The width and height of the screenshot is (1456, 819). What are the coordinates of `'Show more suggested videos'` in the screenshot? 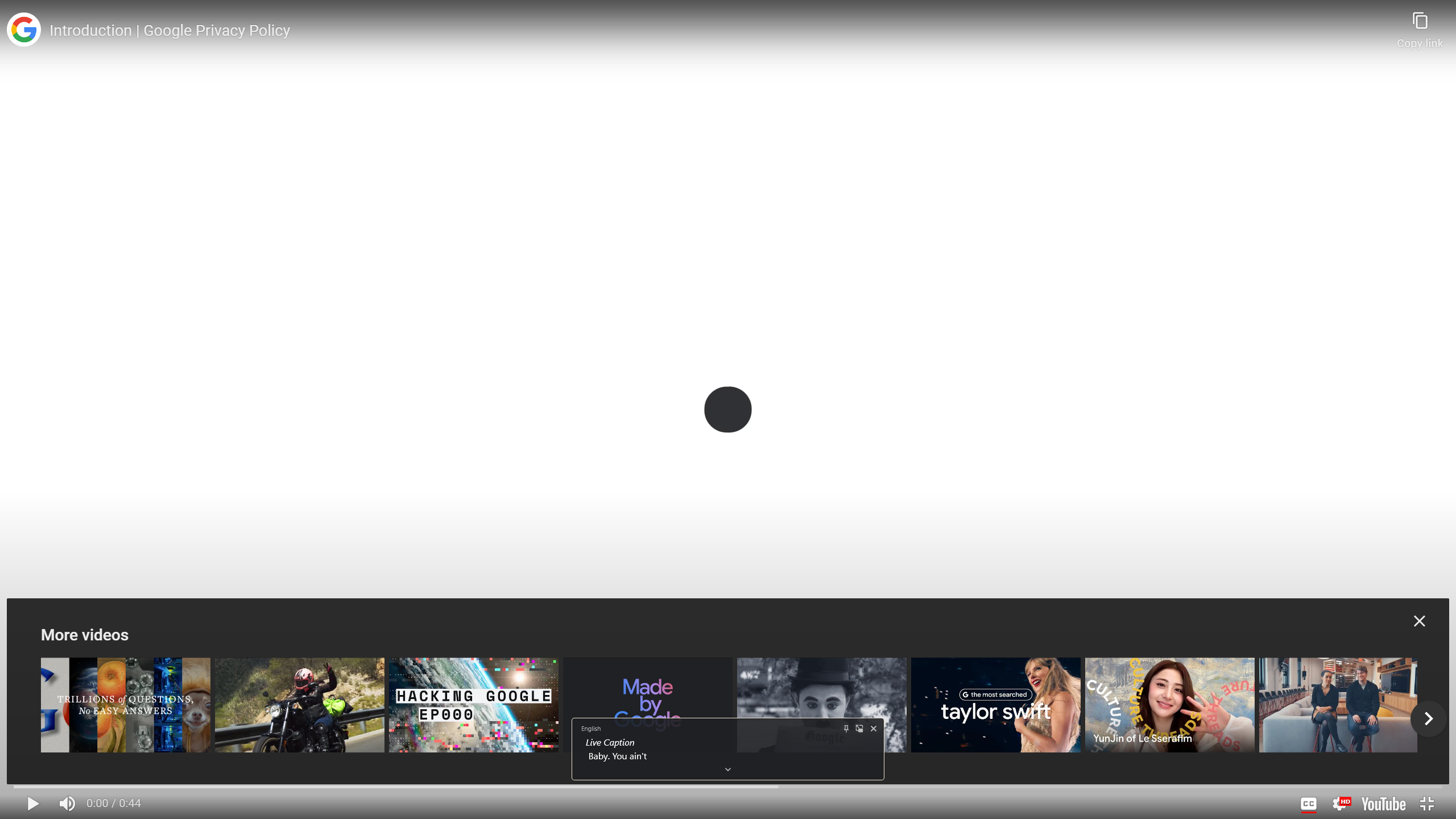 It's located at (1428, 718).